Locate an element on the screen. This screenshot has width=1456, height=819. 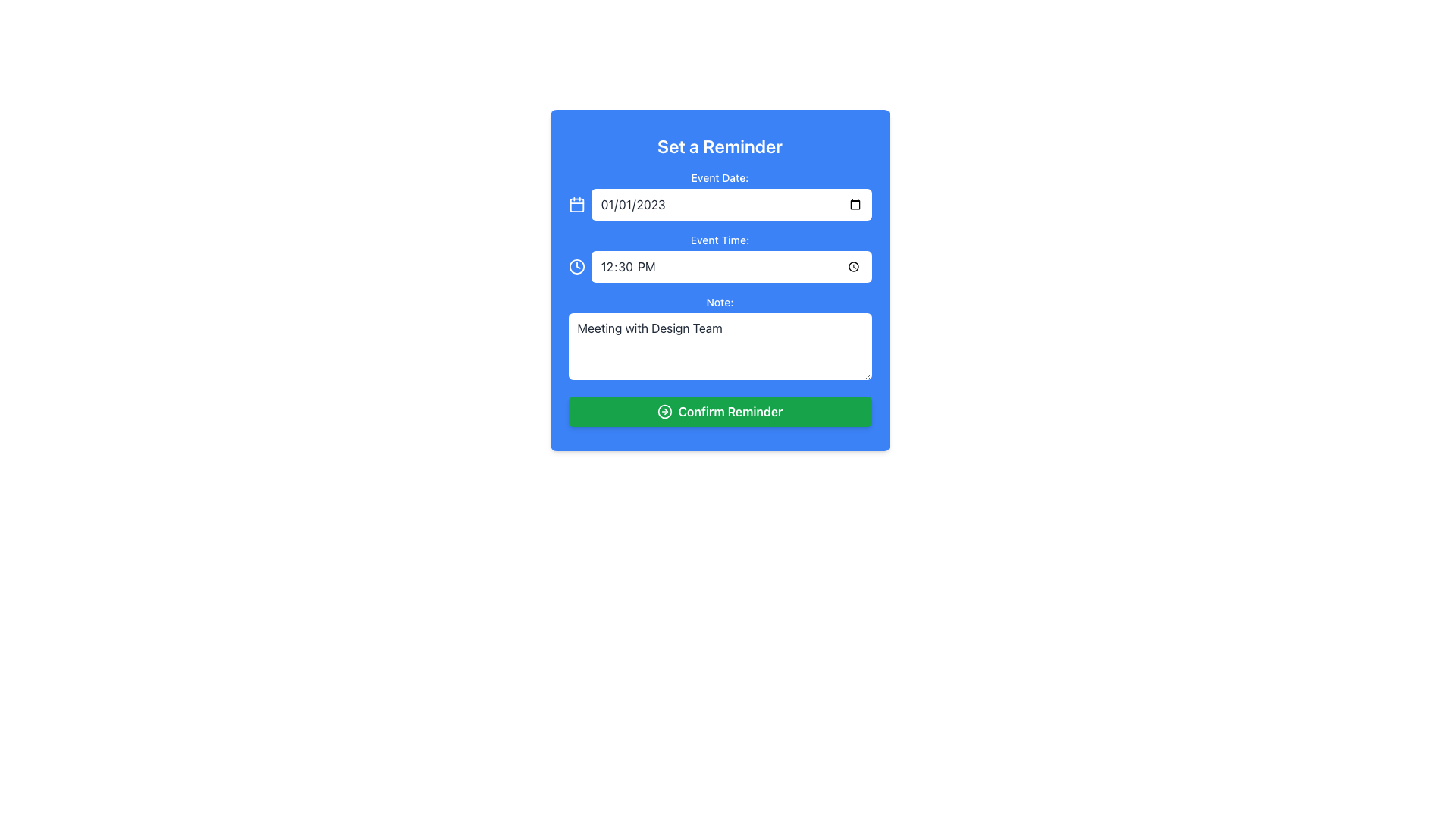
the clock icon located immediately to the left of the '12:30 PM' time text input field, which indicates the usage of the time input is located at coordinates (576, 265).